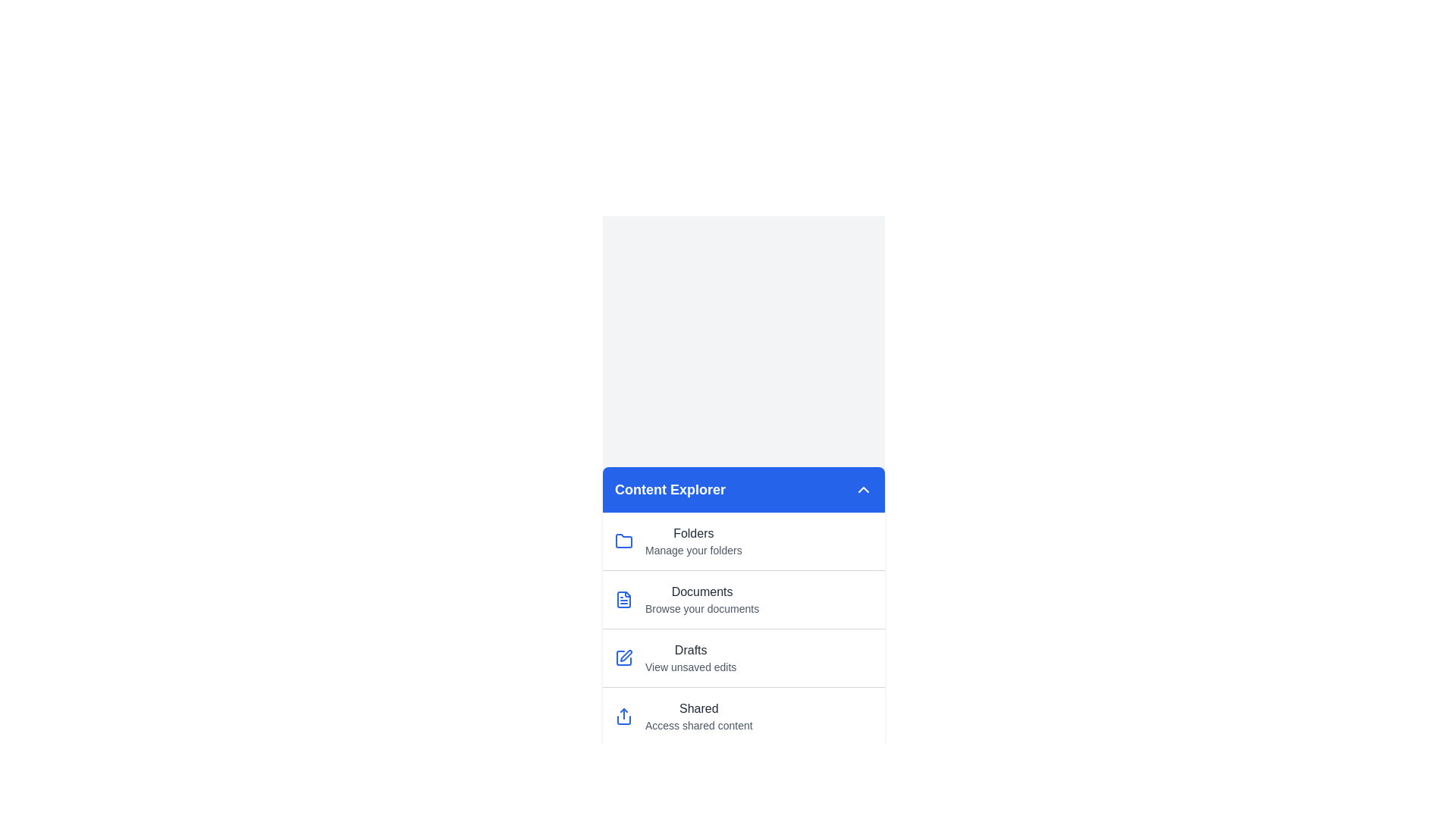  Describe the element at coordinates (743, 598) in the screenshot. I see `the menu item Documents from the list` at that location.